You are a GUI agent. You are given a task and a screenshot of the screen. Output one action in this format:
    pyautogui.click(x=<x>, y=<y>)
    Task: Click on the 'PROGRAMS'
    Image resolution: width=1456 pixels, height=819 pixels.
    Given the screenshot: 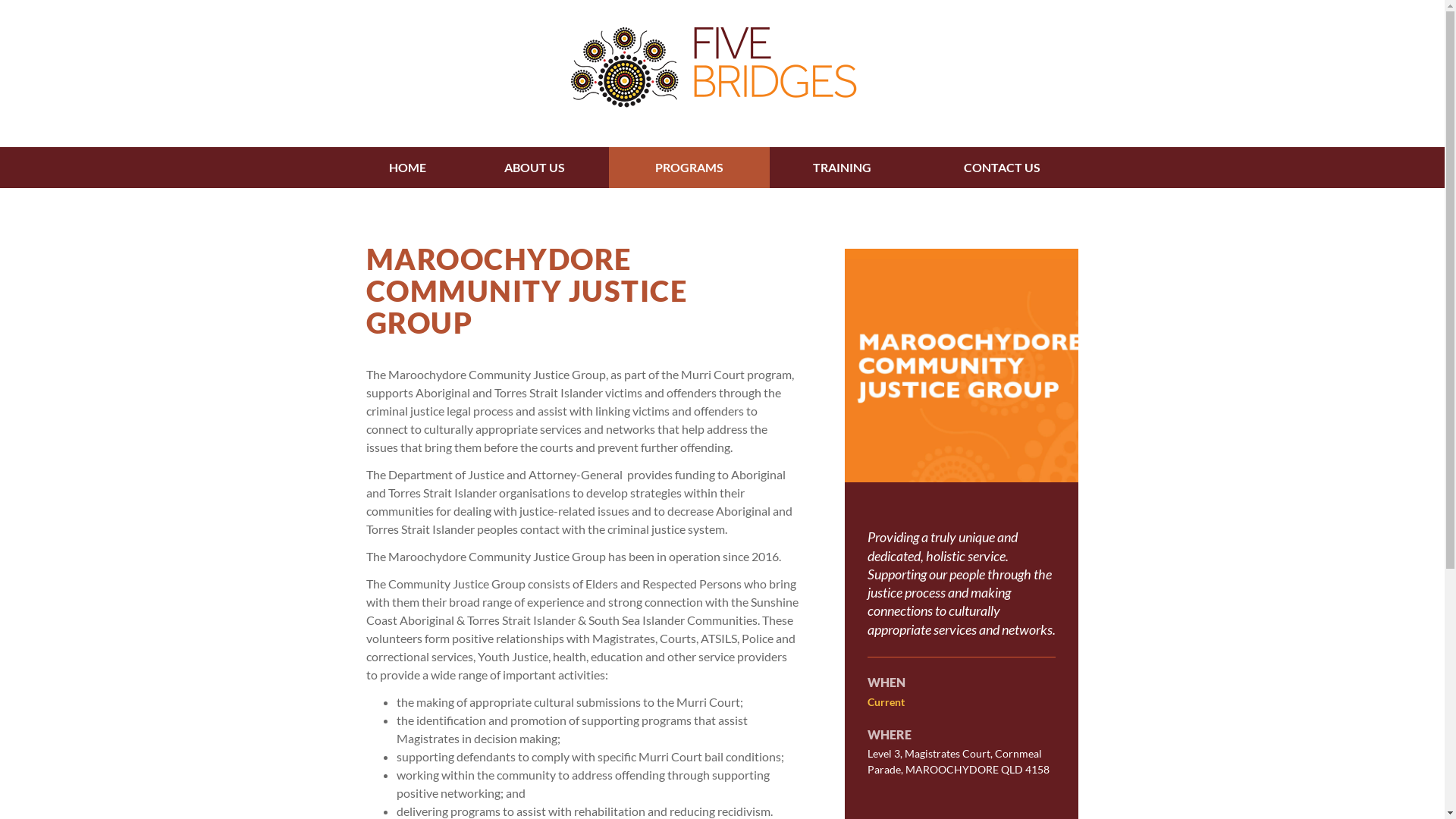 What is the action you would take?
    pyautogui.click(x=689, y=167)
    